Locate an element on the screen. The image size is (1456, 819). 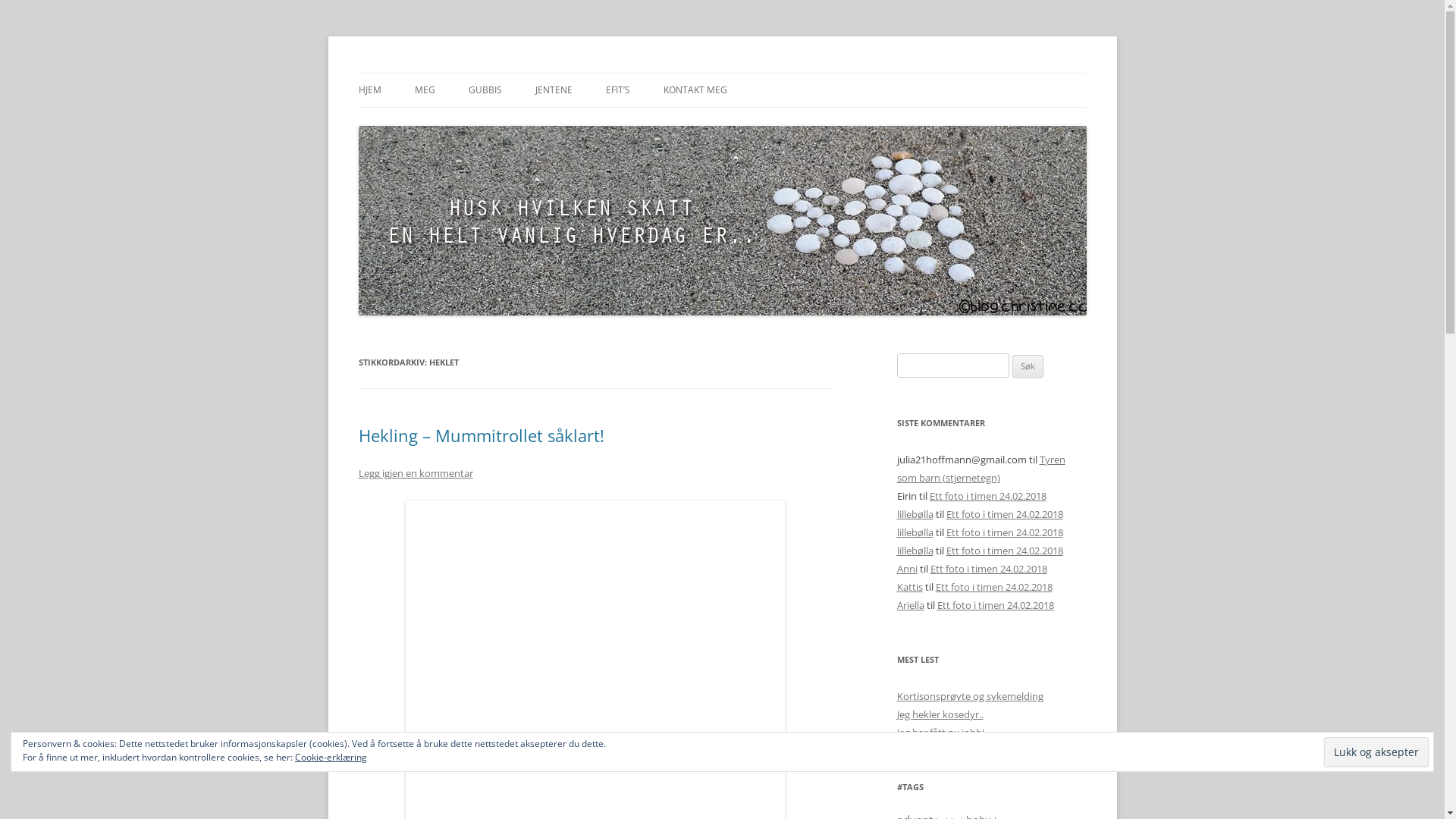
'Jeg hekler kosedyr..' is located at coordinates (938, 714).